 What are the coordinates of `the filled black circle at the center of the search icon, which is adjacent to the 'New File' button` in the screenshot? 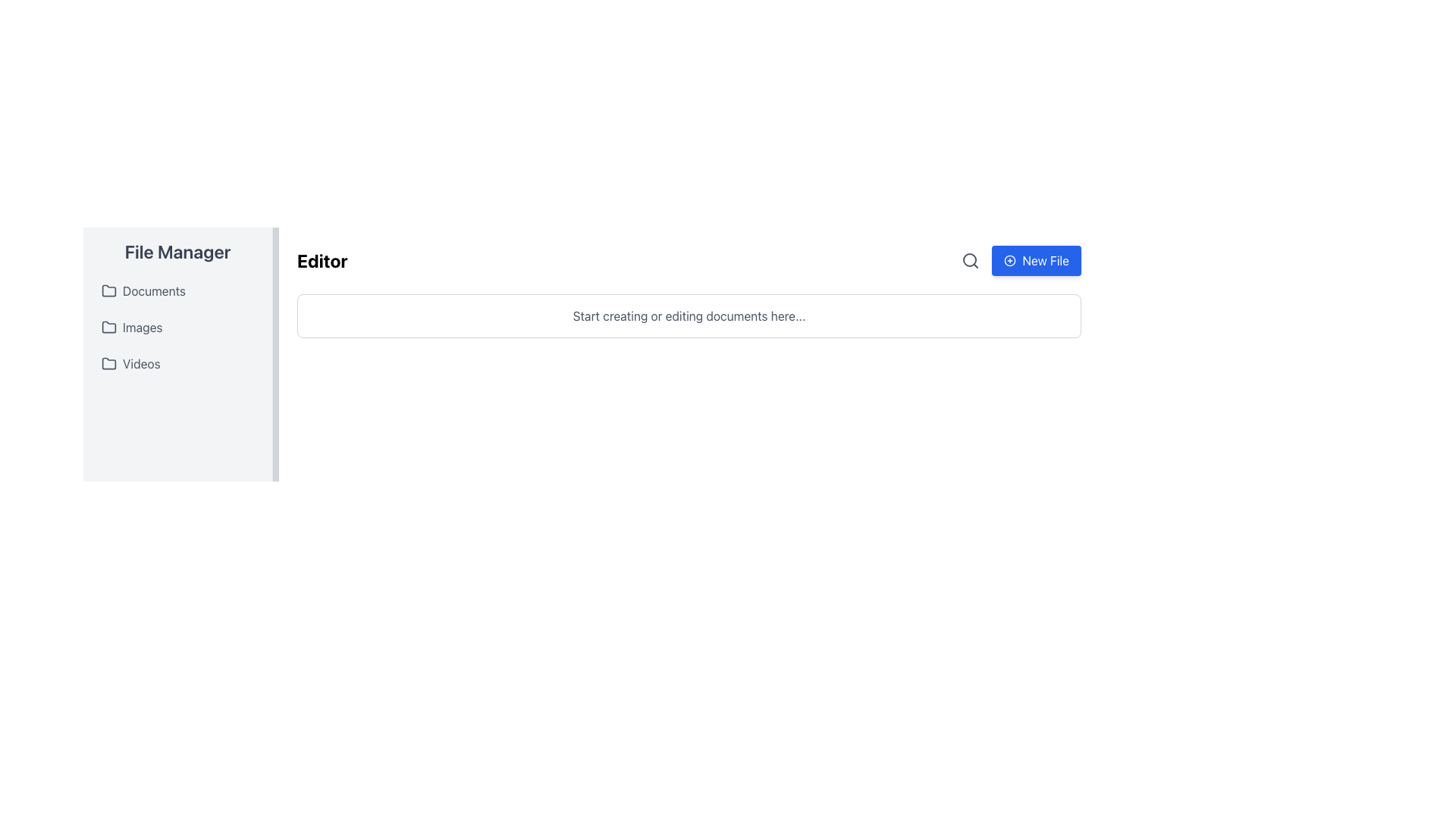 It's located at (969, 259).